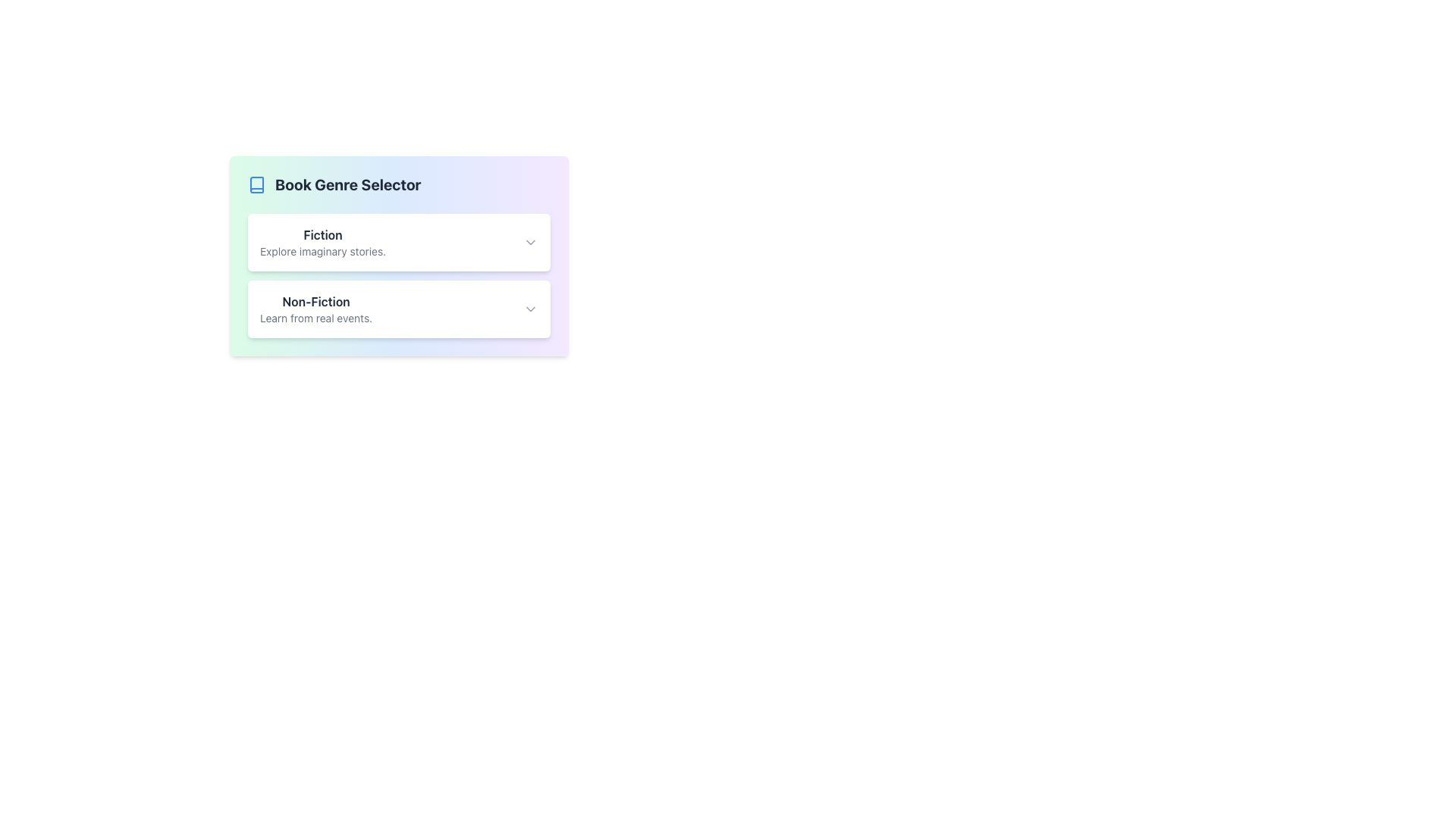  I want to click on the static text label indicating the purpose or title of the book genre selector section, which is located to the right of a blue book icon, so click(347, 184).